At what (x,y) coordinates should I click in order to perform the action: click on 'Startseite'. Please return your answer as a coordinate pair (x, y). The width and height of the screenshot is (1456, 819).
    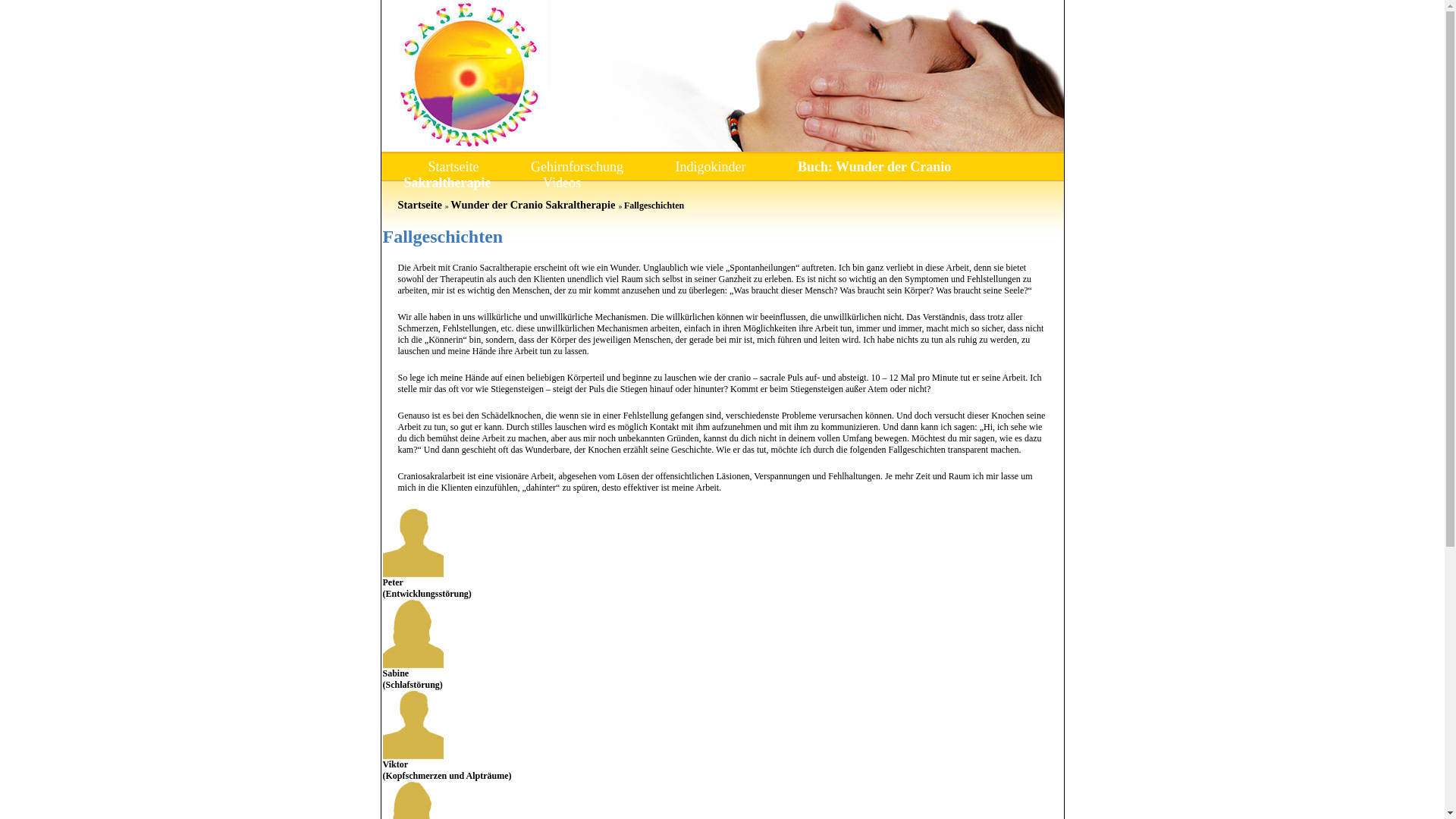
    Looking at the image, I should click on (427, 166).